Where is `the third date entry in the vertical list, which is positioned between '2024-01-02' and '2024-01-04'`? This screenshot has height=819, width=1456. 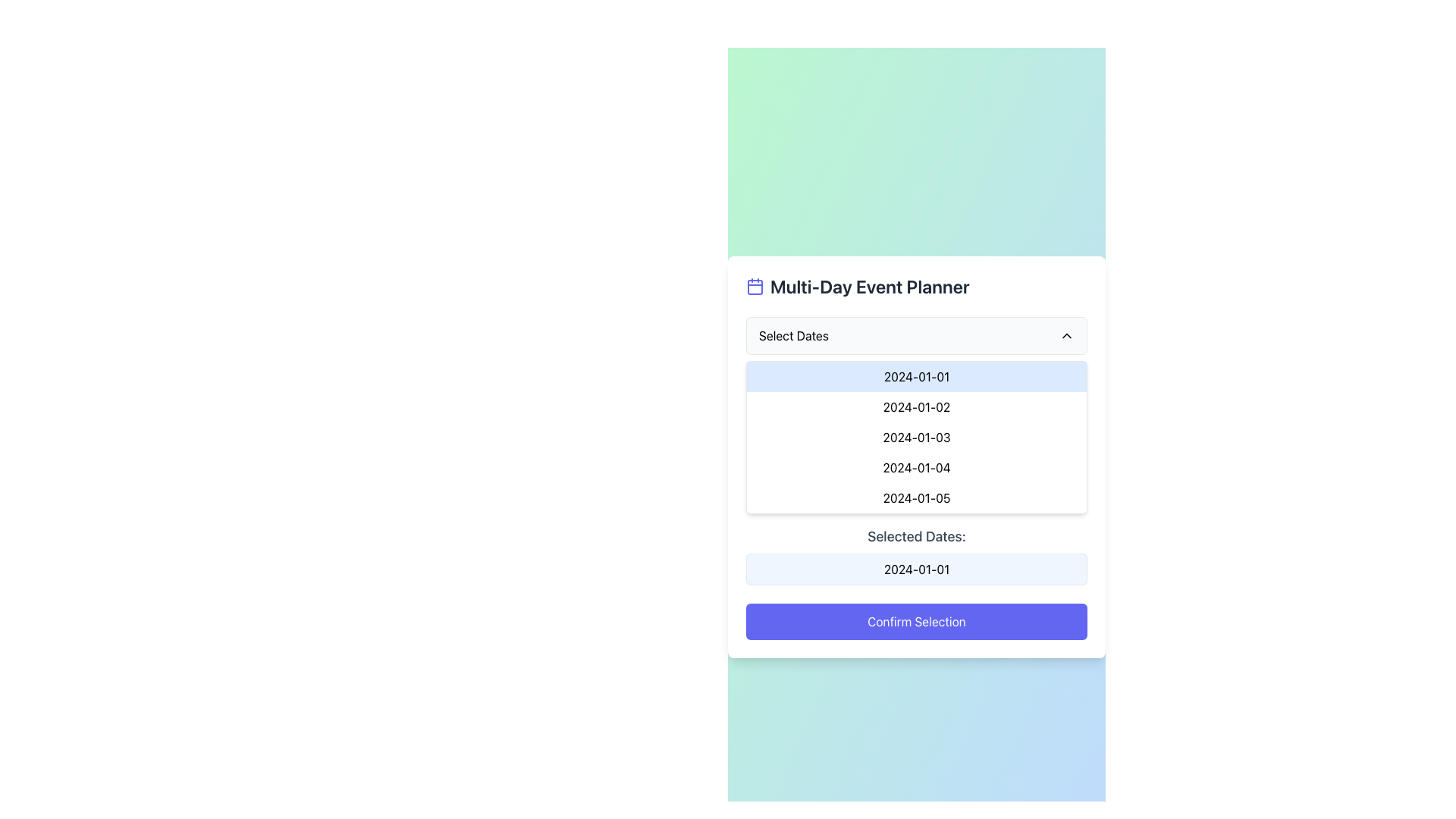
the third date entry in the vertical list, which is positioned between '2024-01-02' and '2024-01-04' is located at coordinates (916, 438).